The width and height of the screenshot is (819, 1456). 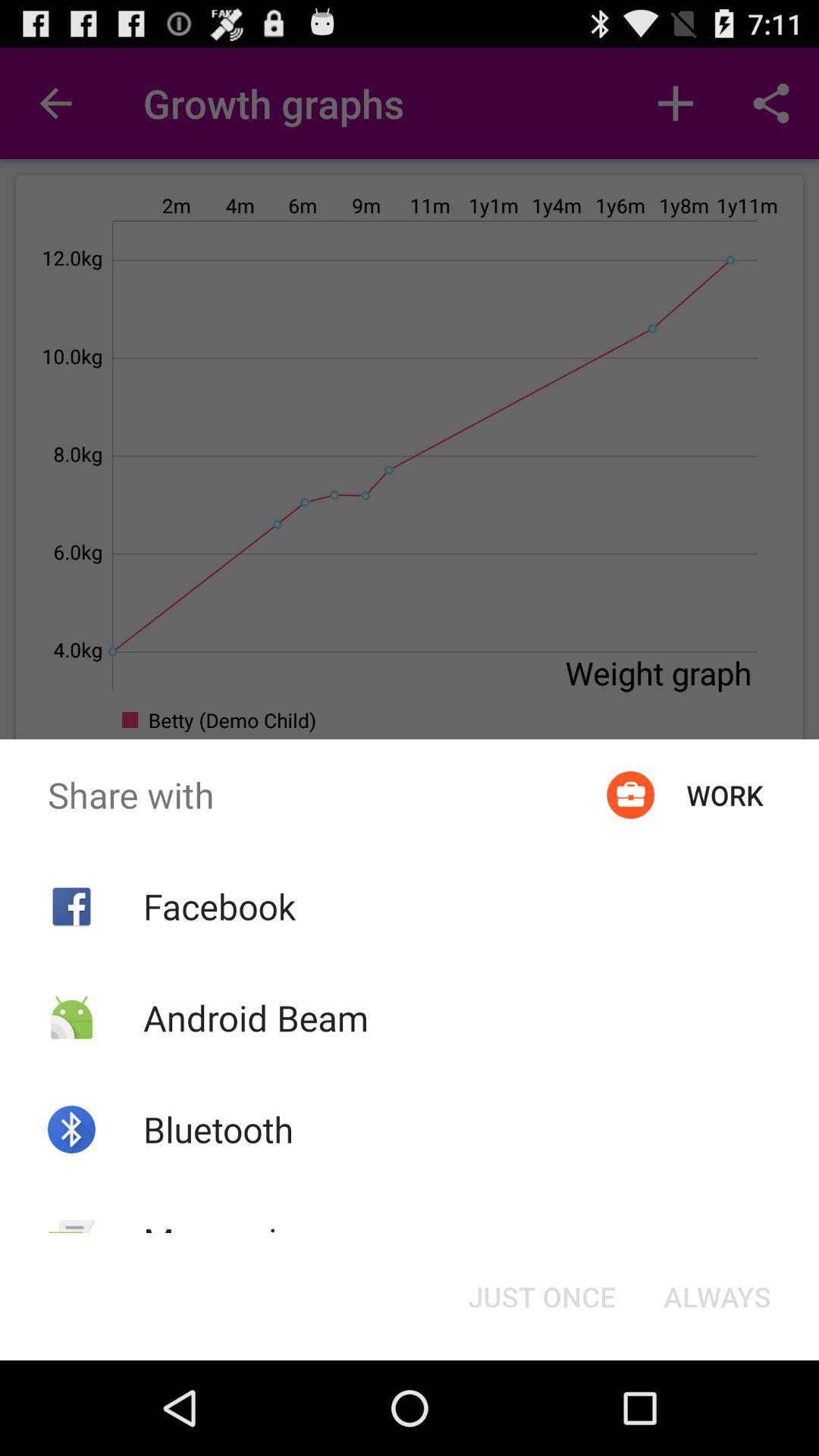 I want to click on the messaging, so click(x=230, y=1241).